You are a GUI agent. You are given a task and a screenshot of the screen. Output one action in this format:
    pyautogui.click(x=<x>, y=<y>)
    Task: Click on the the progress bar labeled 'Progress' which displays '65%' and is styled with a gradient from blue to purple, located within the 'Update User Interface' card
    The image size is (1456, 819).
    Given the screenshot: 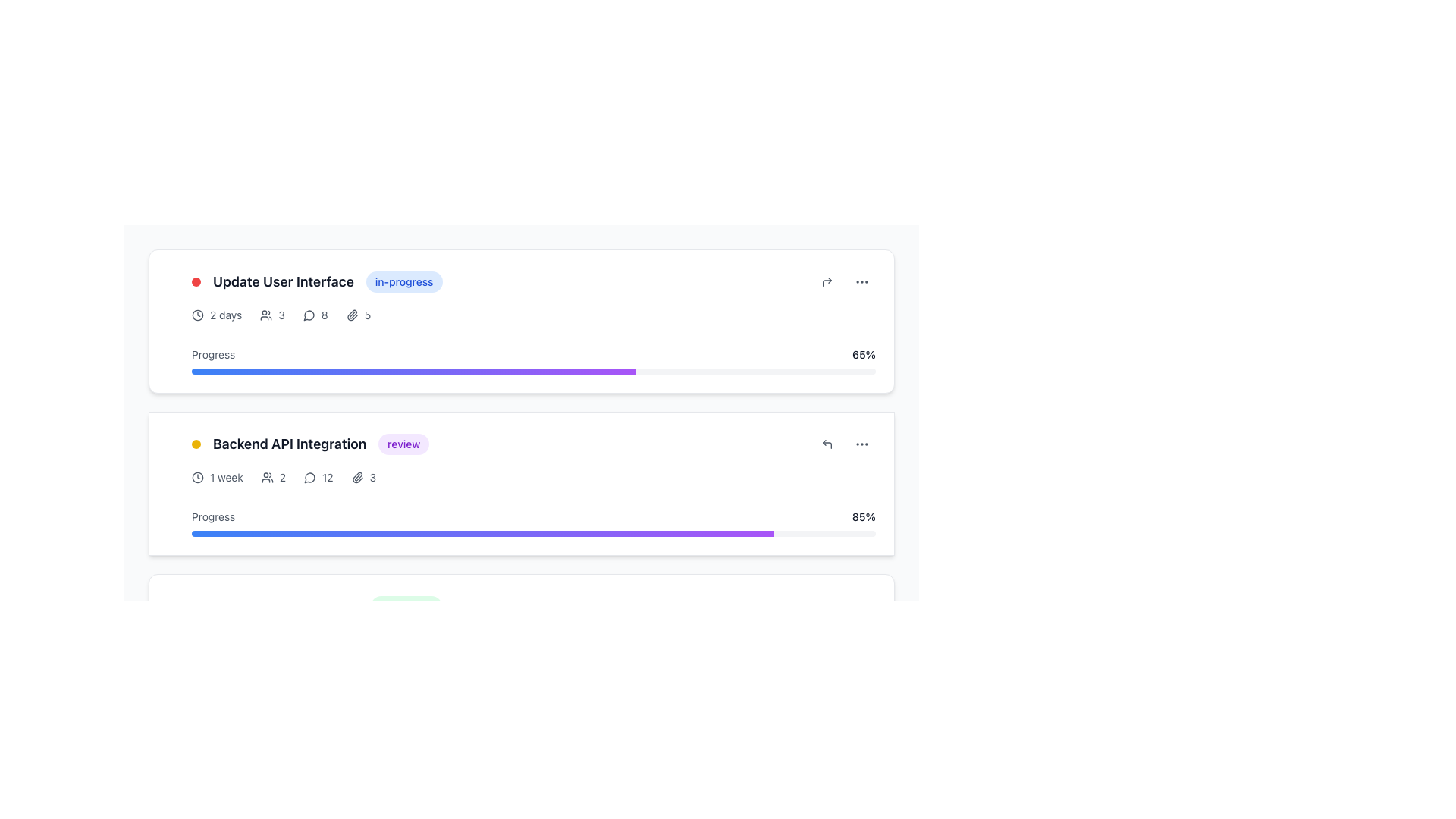 What is the action you would take?
    pyautogui.click(x=534, y=354)
    